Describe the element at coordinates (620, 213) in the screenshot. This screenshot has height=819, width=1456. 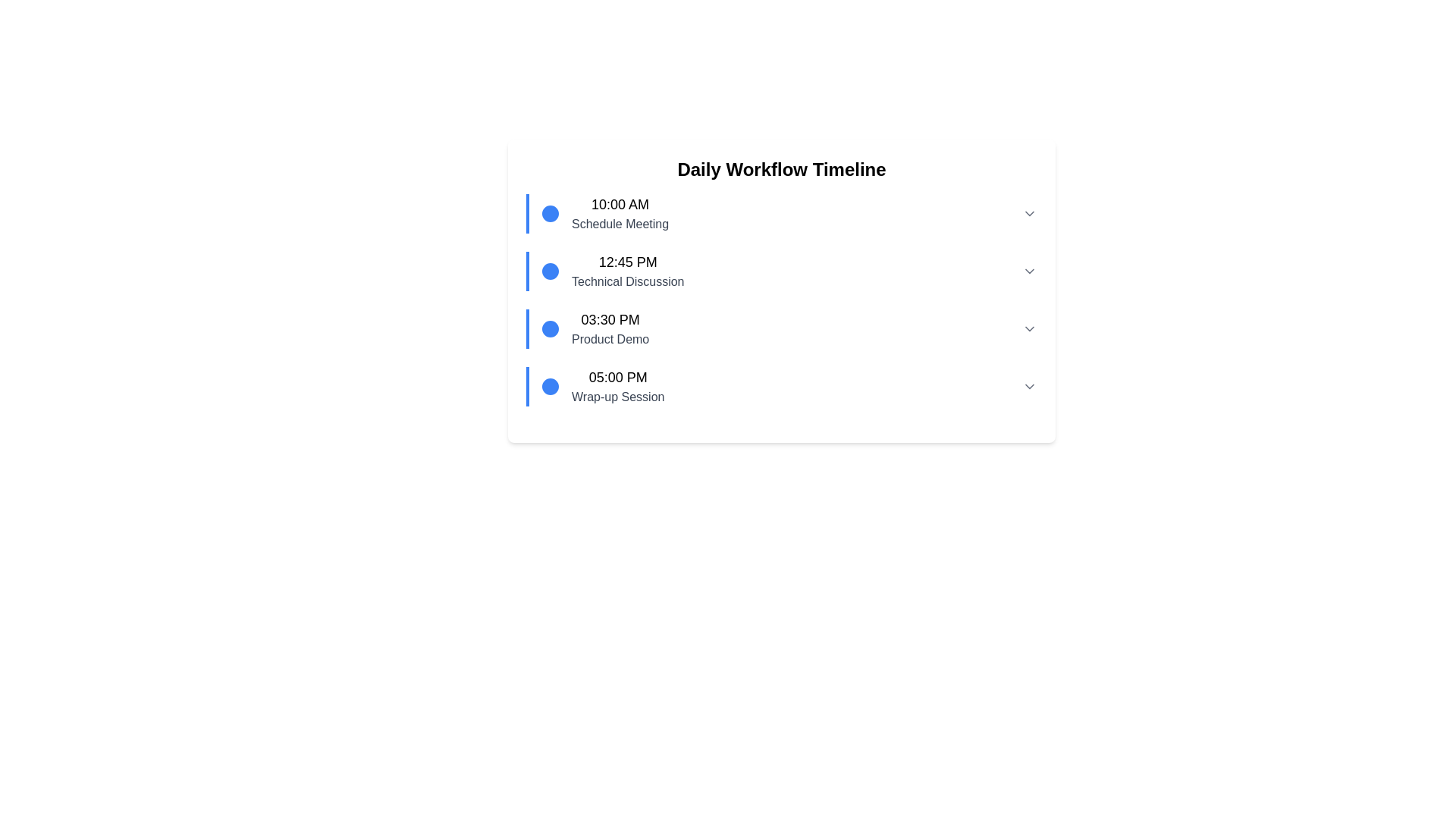
I see `the first timeline entry for the event scheduled at 10:00 AM, which describes 'Schedule Meeting', located under the 'Daily Workflow Timeline' heading` at that location.